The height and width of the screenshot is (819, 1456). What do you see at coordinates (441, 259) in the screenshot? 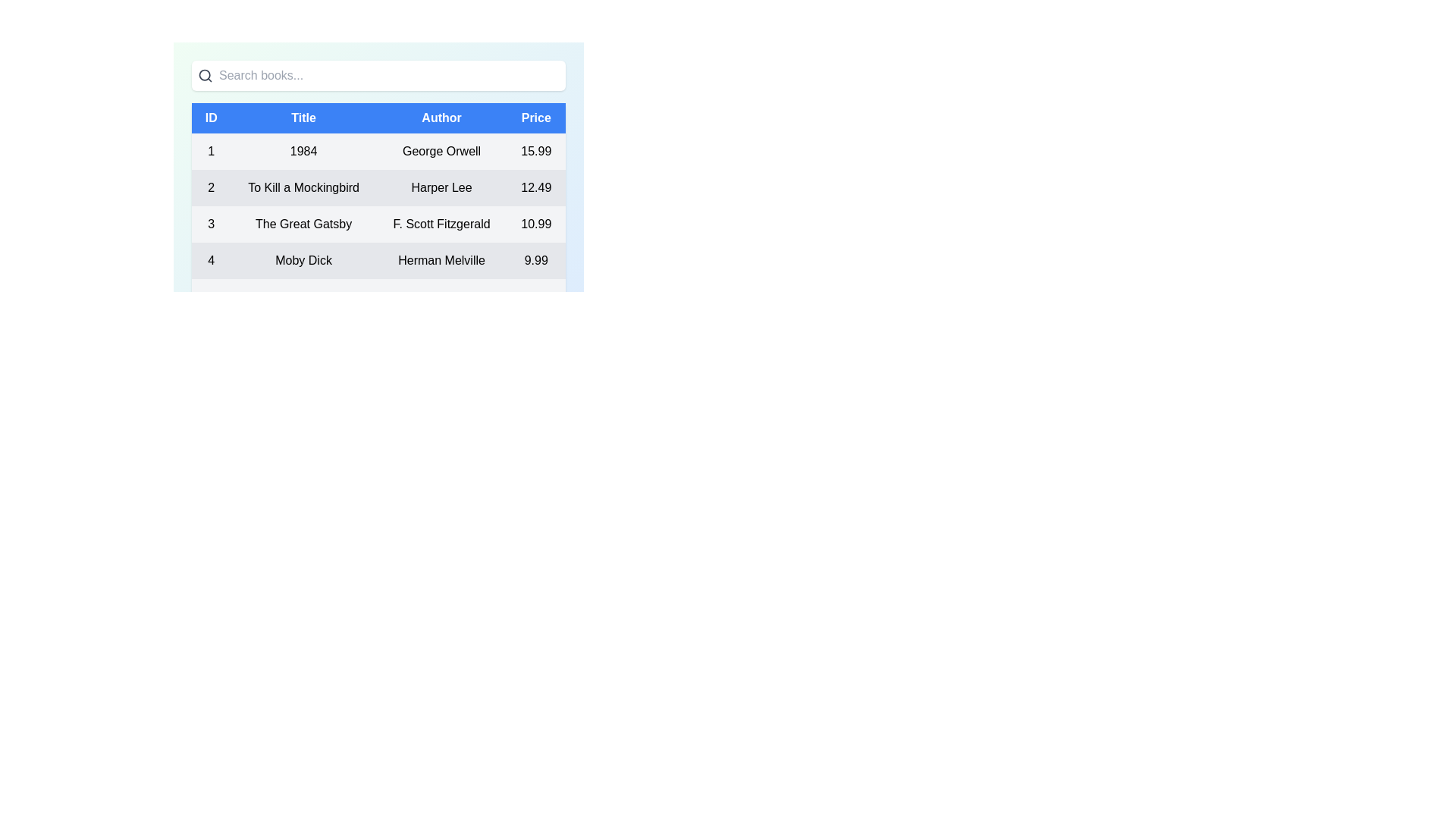
I see `the non-interactive text label displaying the author of the book 'Moby Dick', located in the third cell of the fourth row in a tabular layout` at bounding box center [441, 259].